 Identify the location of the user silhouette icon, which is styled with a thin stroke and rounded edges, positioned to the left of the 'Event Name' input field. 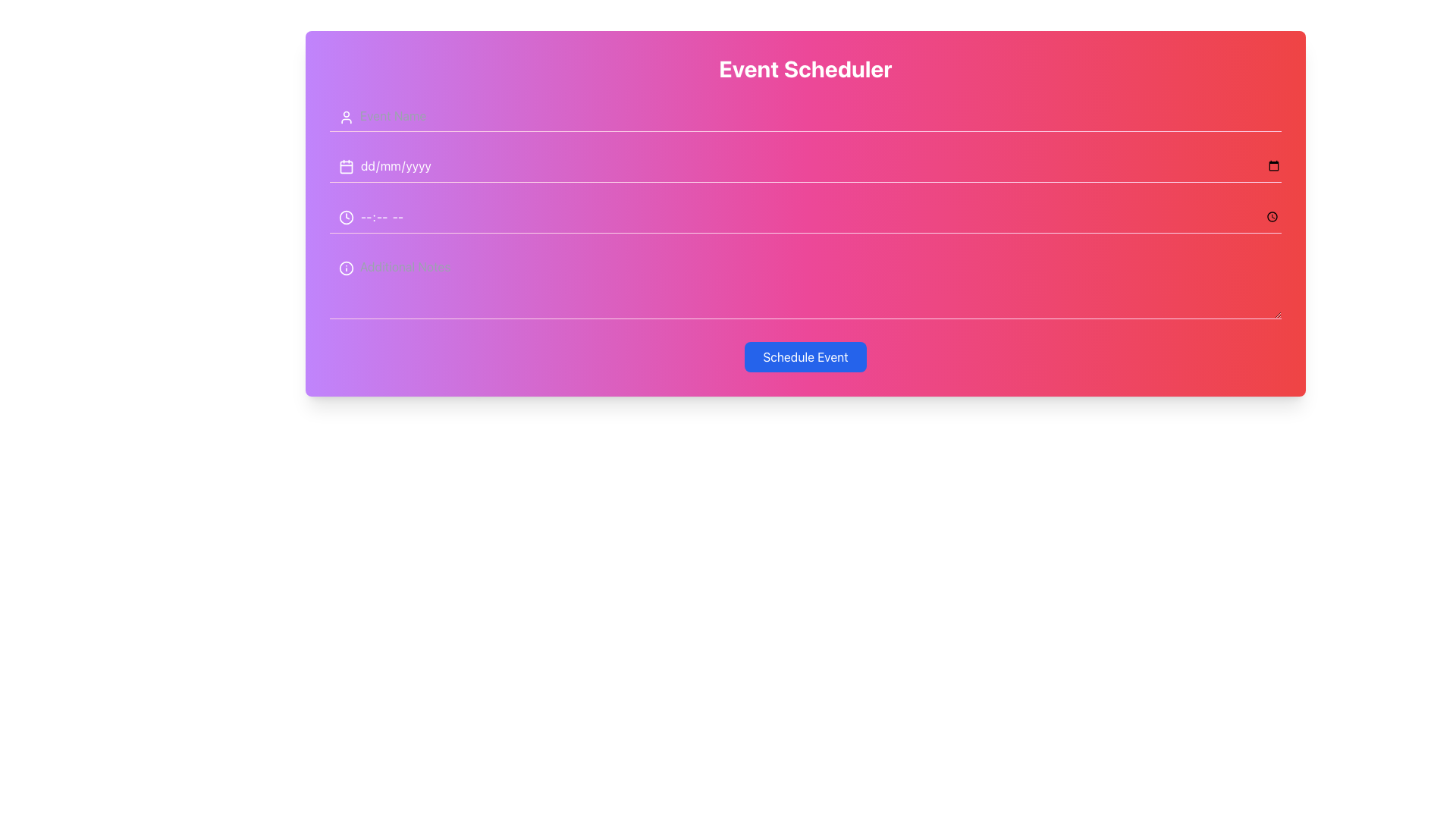
(345, 116).